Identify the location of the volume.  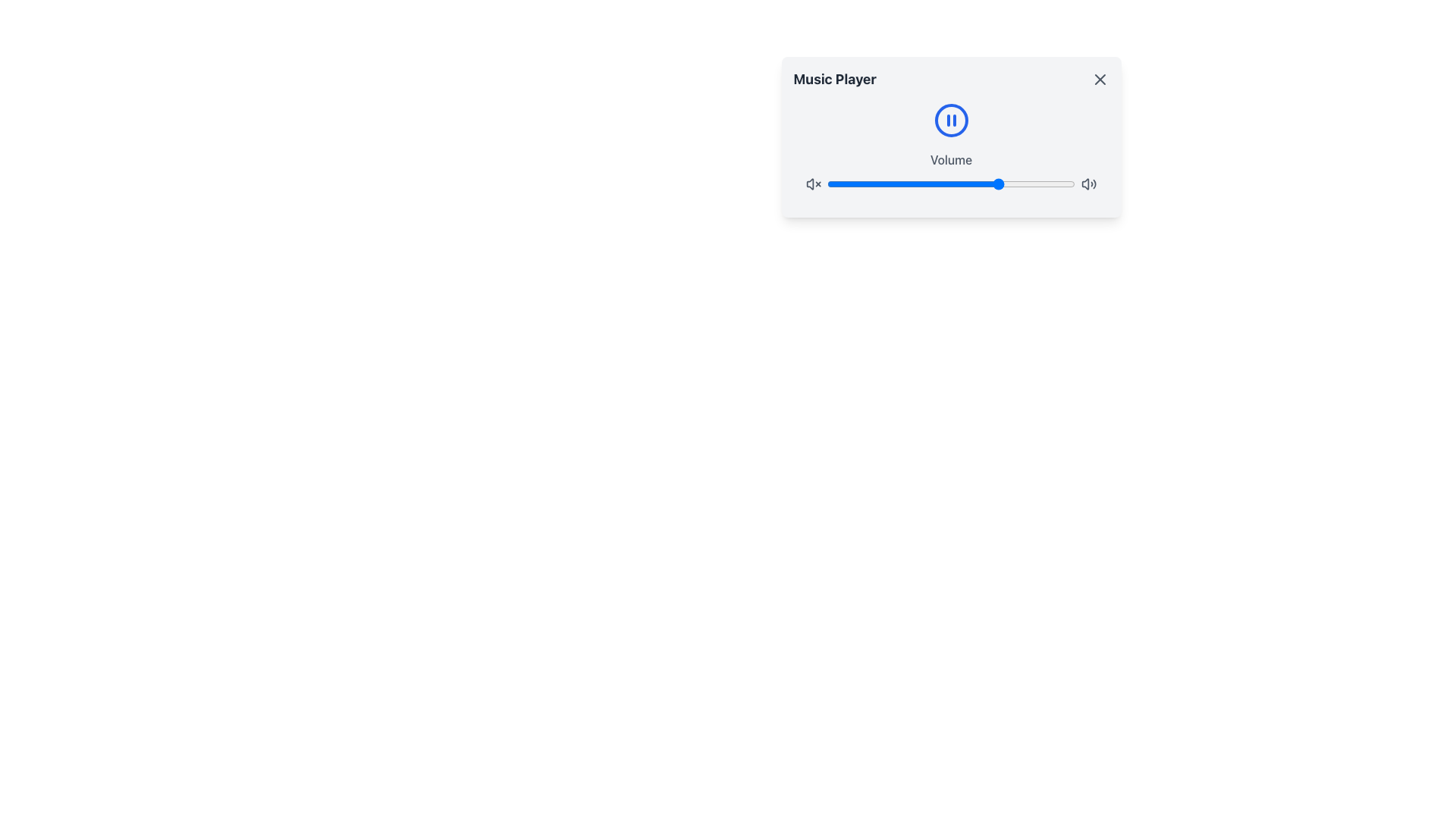
(996, 184).